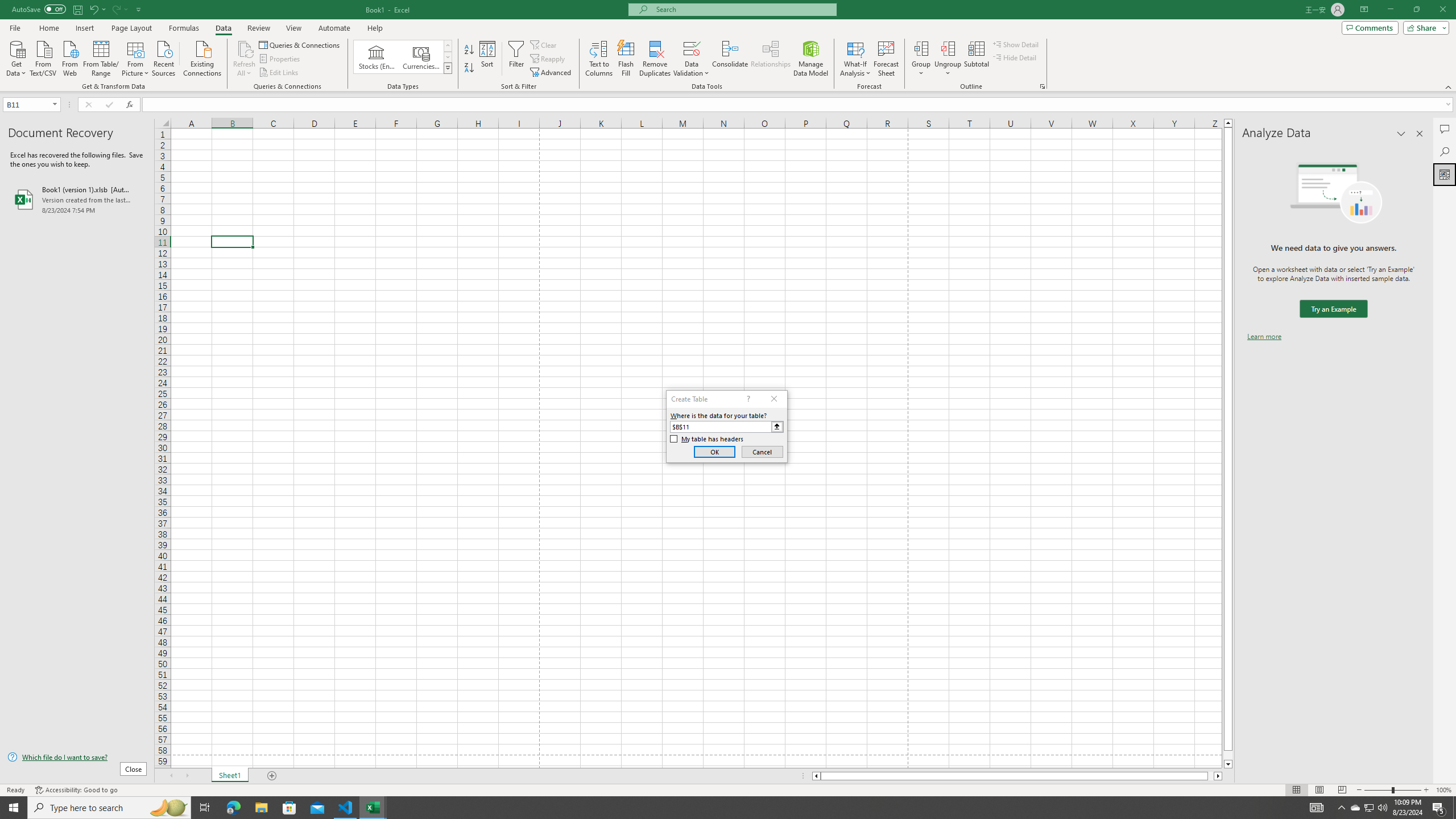 This screenshot has height=819, width=1456. What do you see at coordinates (6, 5) in the screenshot?
I see `'System'` at bounding box center [6, 5].